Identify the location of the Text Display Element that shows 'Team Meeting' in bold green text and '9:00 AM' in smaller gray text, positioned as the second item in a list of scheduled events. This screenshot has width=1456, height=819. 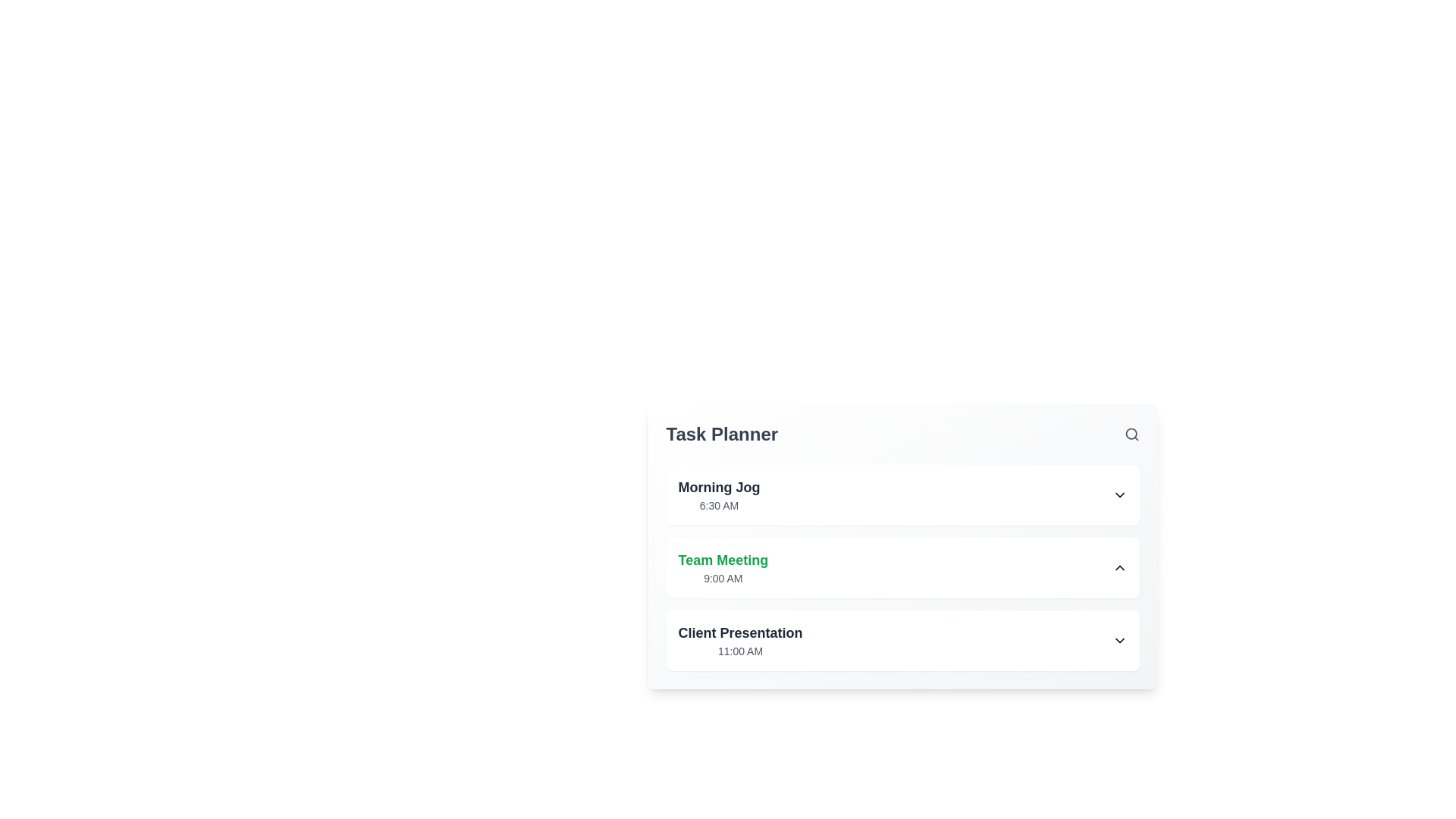
(722, 567).